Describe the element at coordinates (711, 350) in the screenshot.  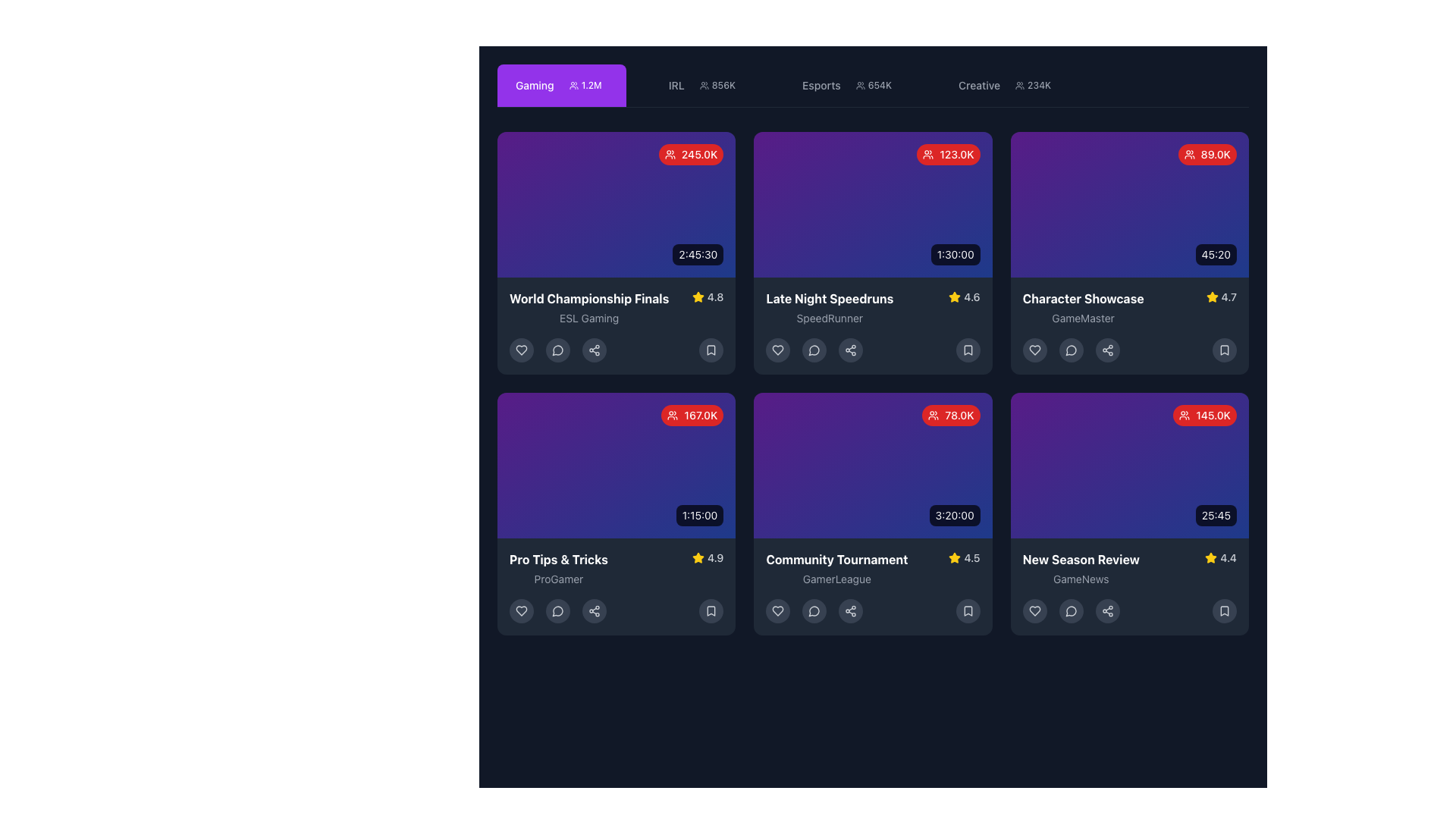
I see `the 'Bookmark' icon located in the bottom-right corner of the 'World Championship Finals' card` at that location.